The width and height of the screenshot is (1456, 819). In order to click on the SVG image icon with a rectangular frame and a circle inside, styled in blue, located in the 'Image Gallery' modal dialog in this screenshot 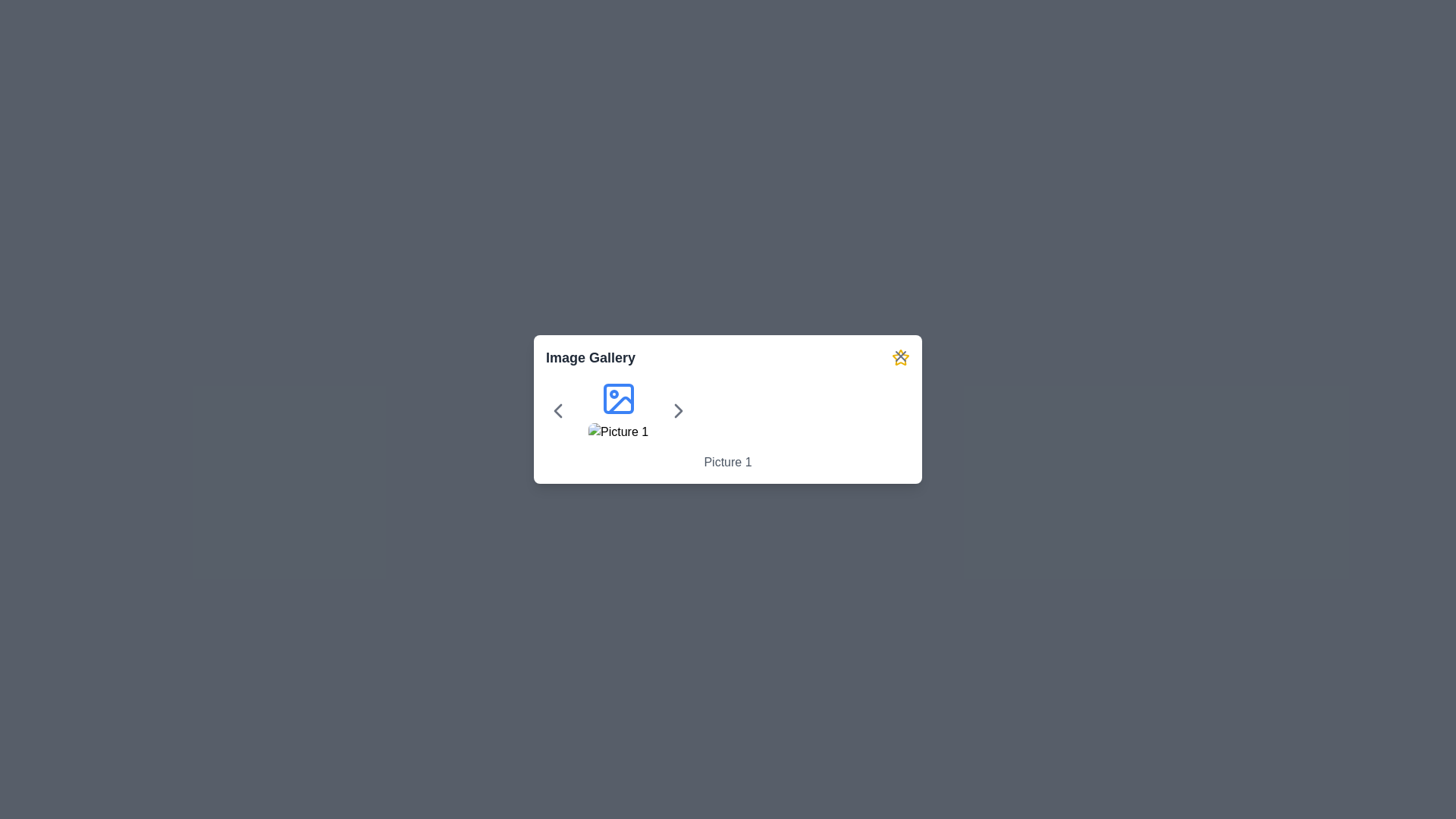, I will do `click(618, 397)`.